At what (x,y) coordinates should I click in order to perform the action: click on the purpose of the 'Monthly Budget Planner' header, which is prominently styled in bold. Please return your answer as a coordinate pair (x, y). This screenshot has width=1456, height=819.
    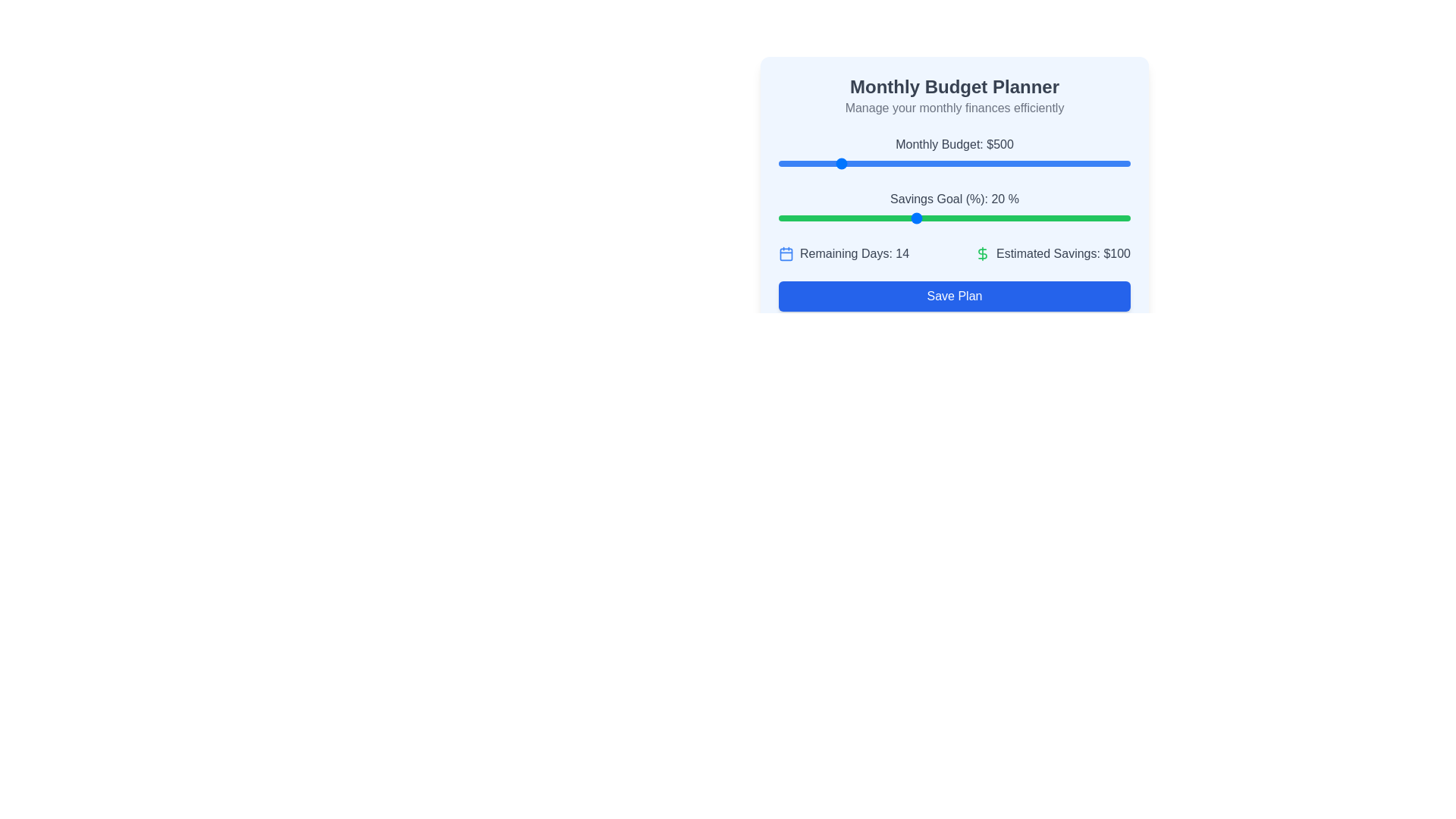
    Looking at the image, I should click on (953, 87).